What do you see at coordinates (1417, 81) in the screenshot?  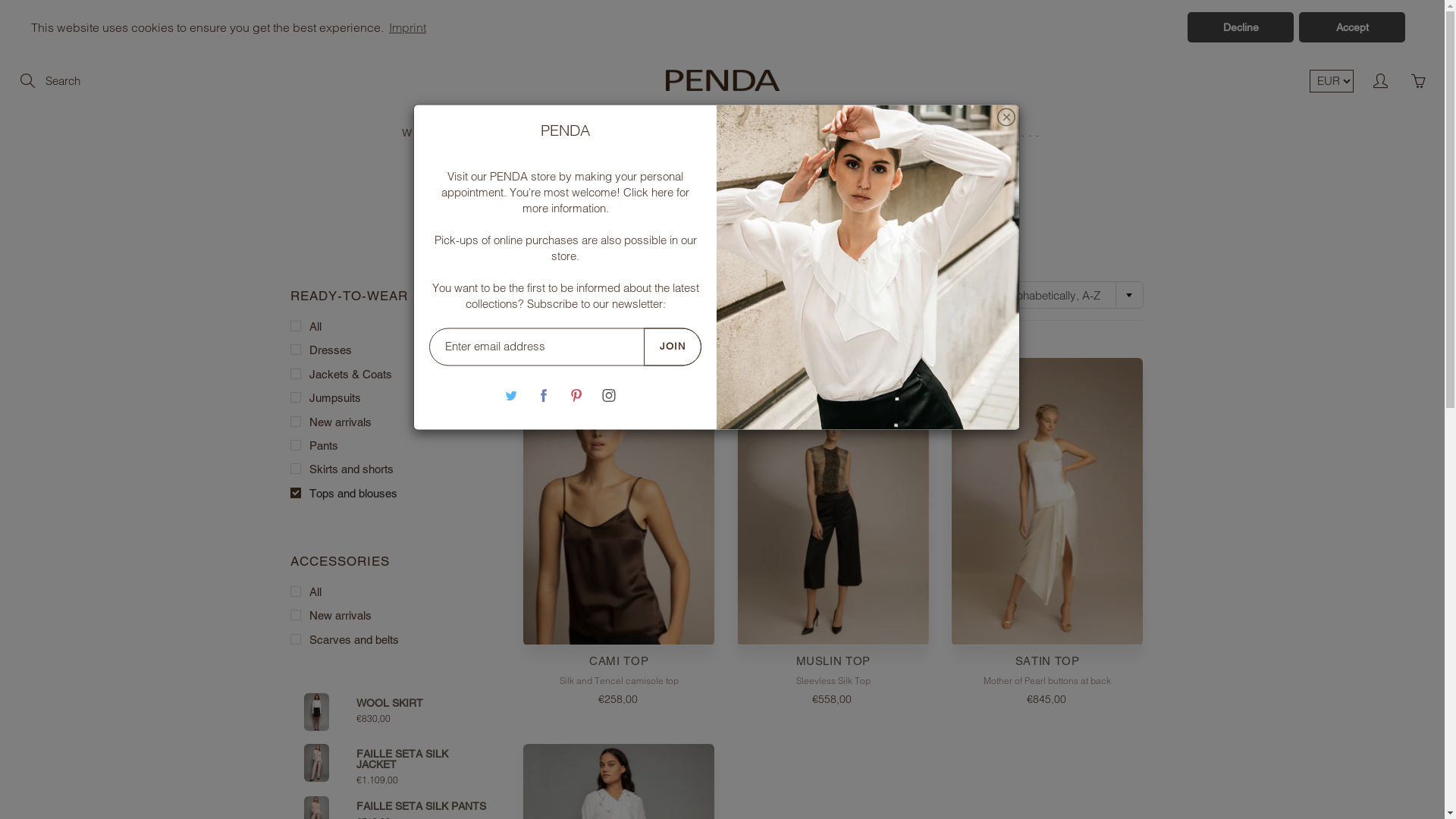 I see `'You have 0 items in your cart'` at bounding box center [1417, 81].